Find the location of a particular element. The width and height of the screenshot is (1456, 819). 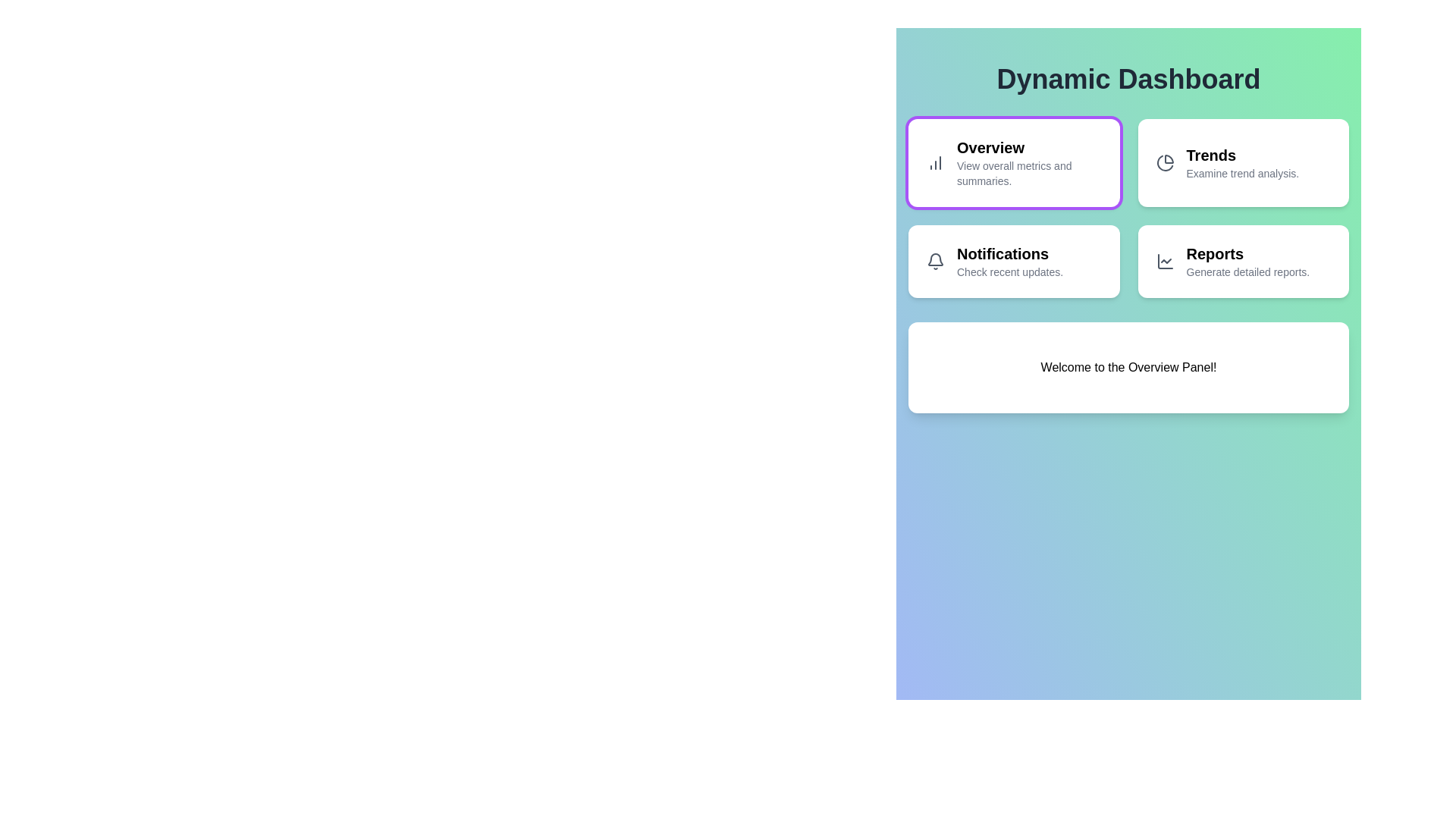

the Notifications panel by clicking its button is located at coordinates (1014, 260).